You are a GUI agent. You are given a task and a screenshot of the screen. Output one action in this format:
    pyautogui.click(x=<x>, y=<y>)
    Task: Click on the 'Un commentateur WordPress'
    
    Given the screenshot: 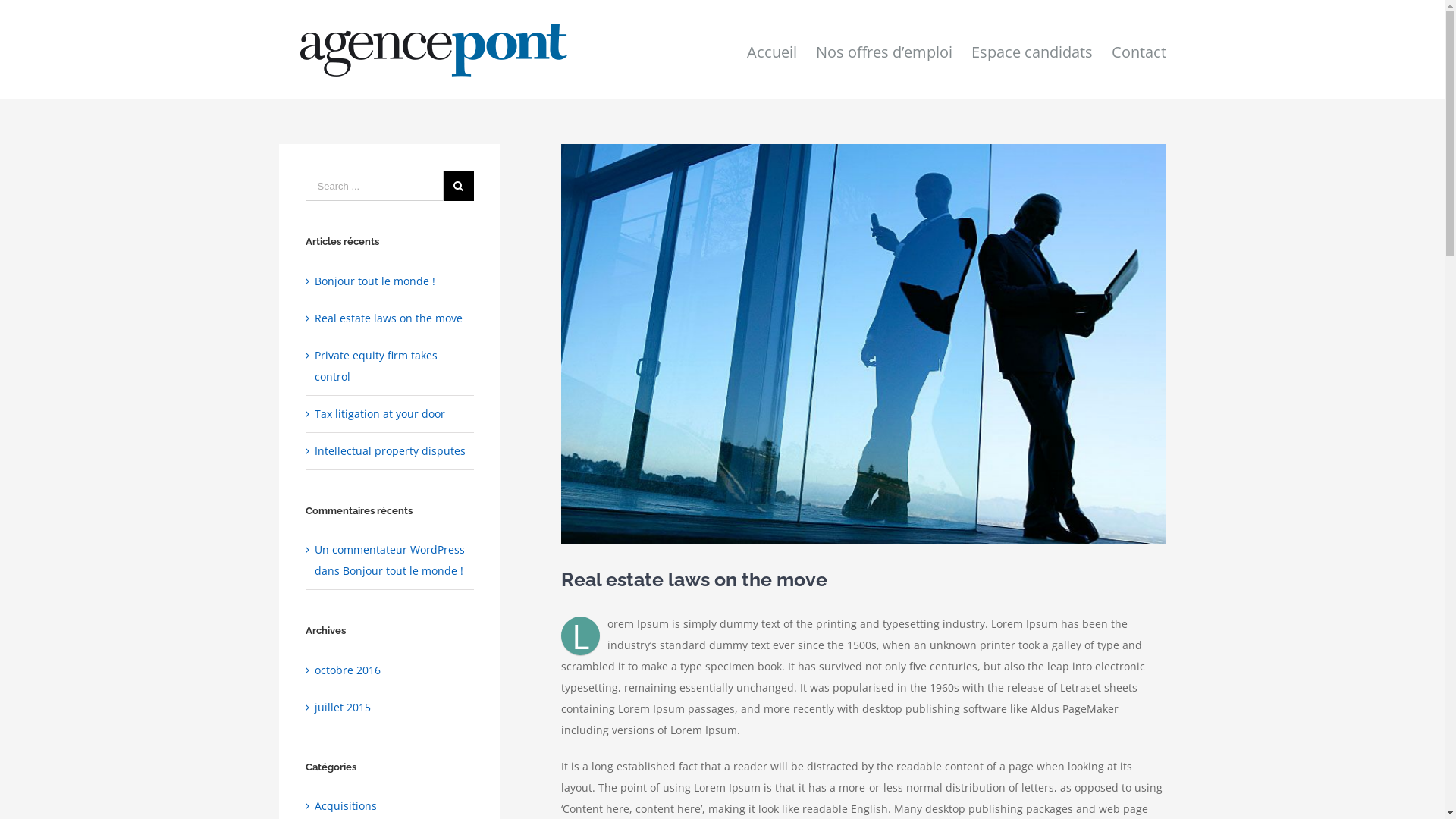 What is the action you would take?
    pyautogui.click(x=389, y=549)
    